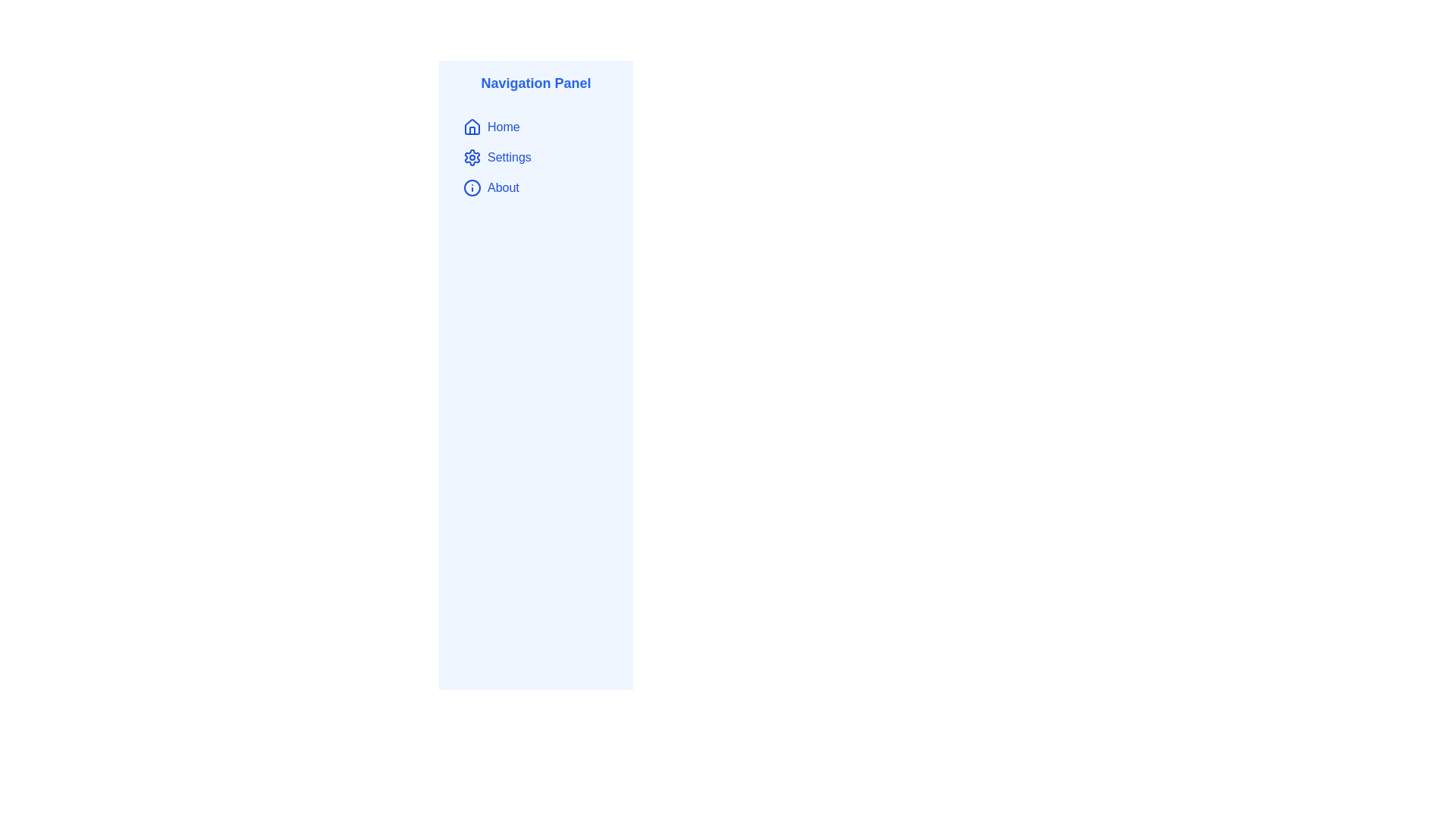  I want to click on the Home icon located at the top of the navigation panel, so click(472, 127).